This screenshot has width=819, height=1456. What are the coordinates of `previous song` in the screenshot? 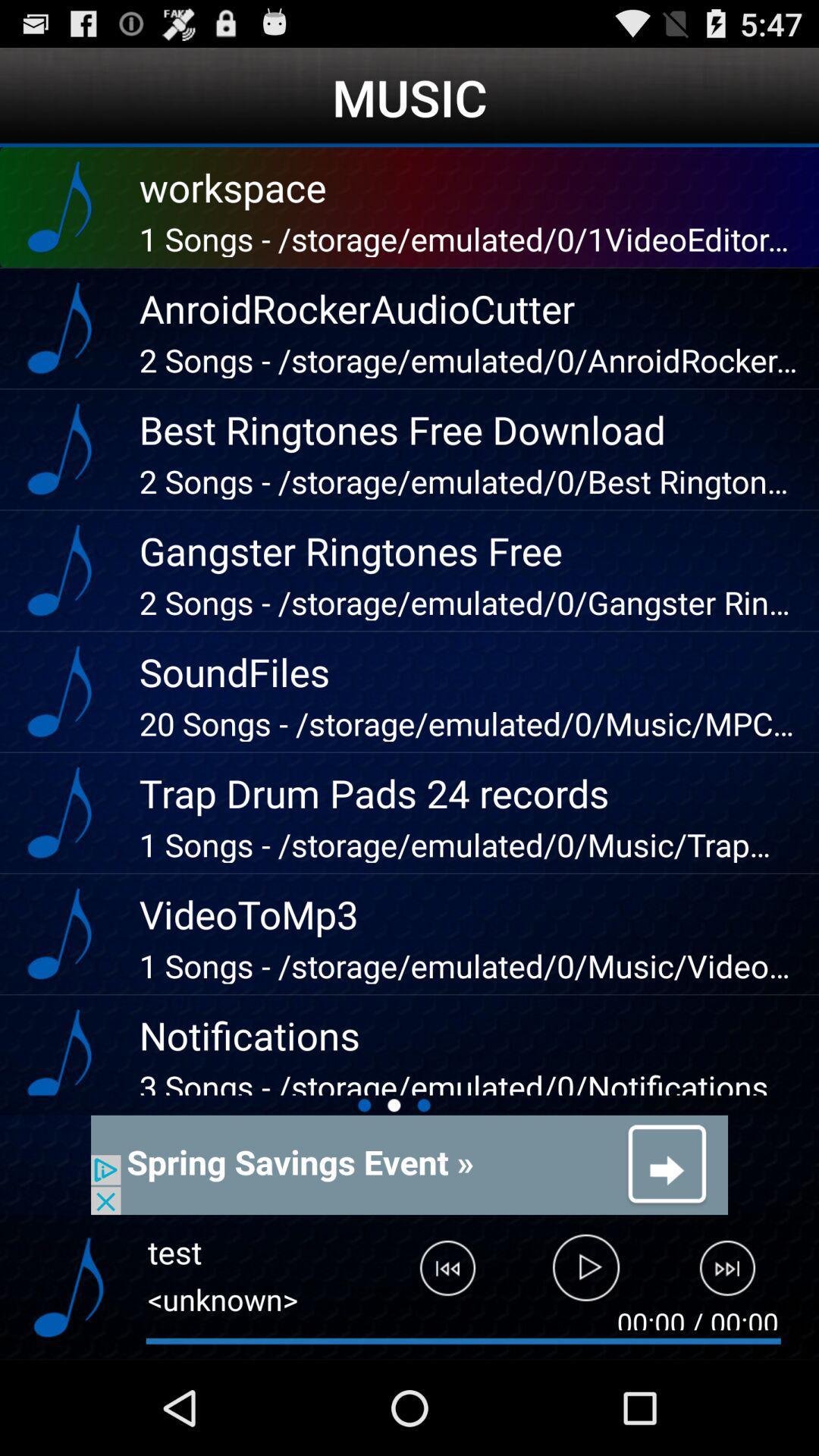 It's located at (436, 1274).